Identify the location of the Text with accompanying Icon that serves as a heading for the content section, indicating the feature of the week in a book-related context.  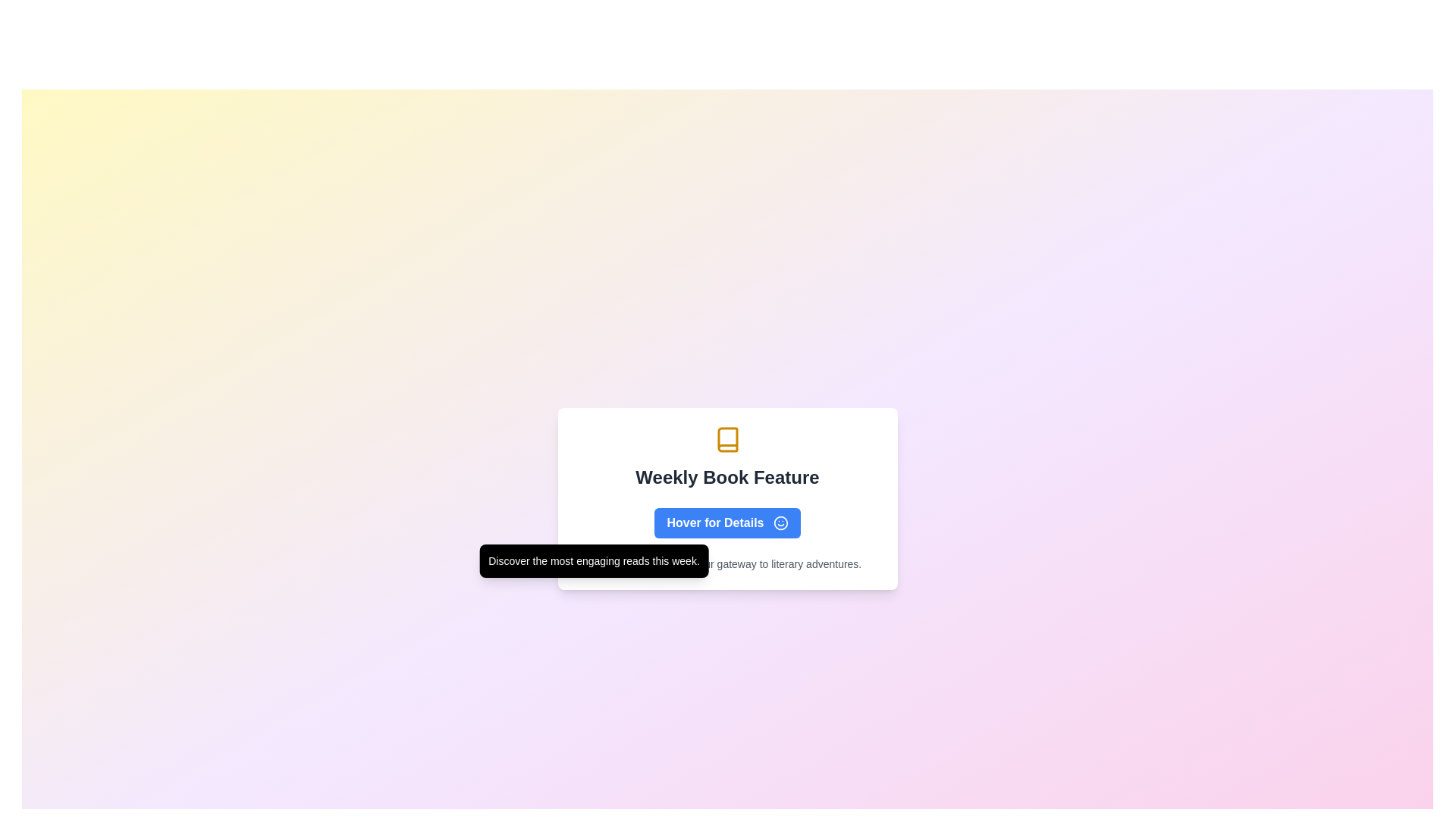
(726, 457).